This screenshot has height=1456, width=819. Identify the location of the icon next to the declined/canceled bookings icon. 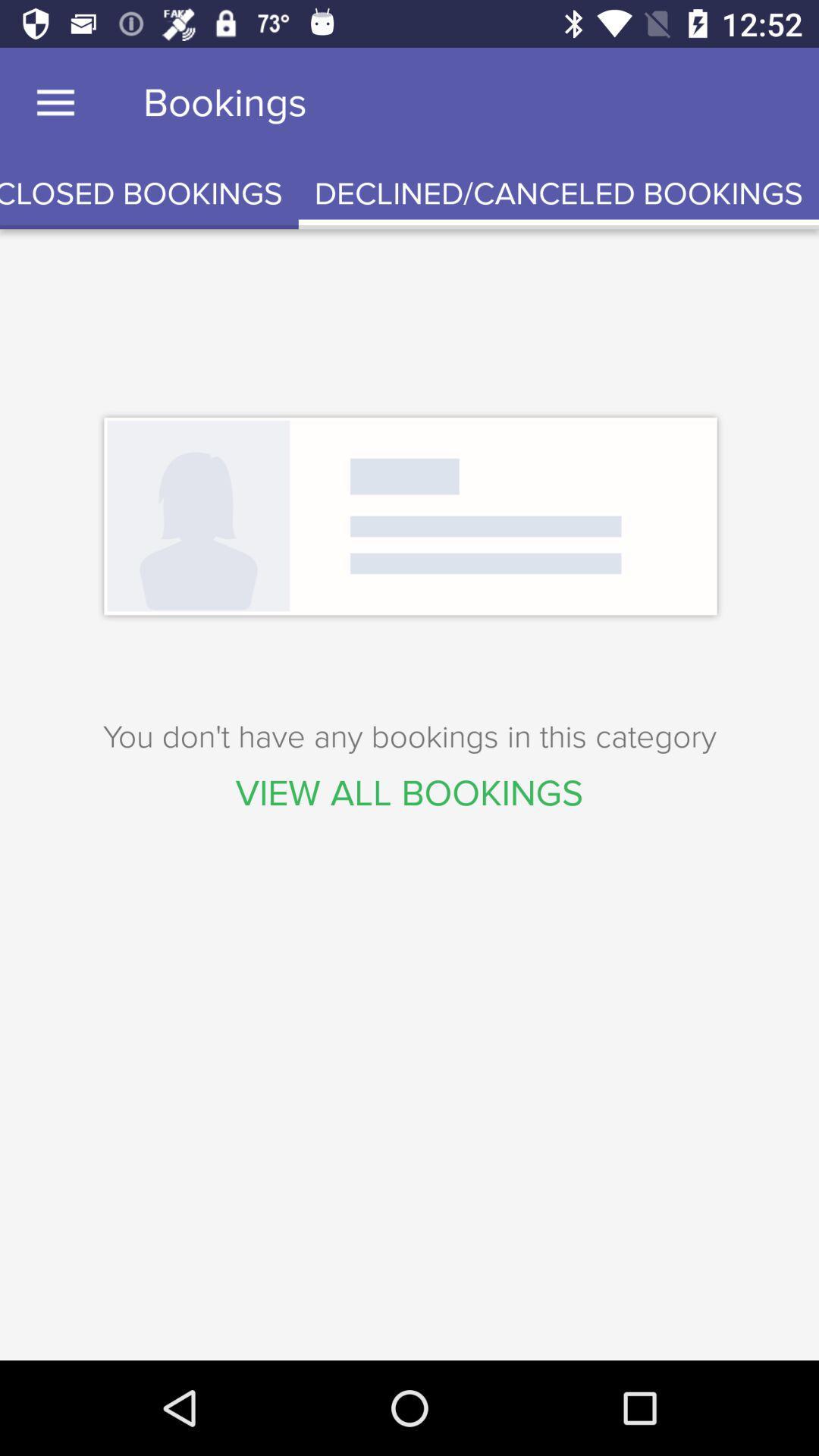
(149, 193).